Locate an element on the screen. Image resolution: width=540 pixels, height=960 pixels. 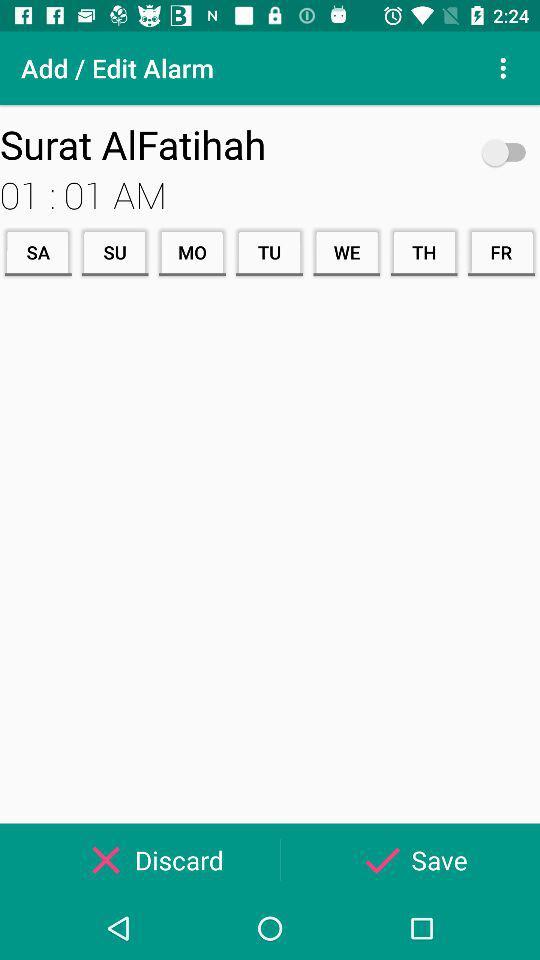
icon above the sa item is located at coordinates (244, 194).